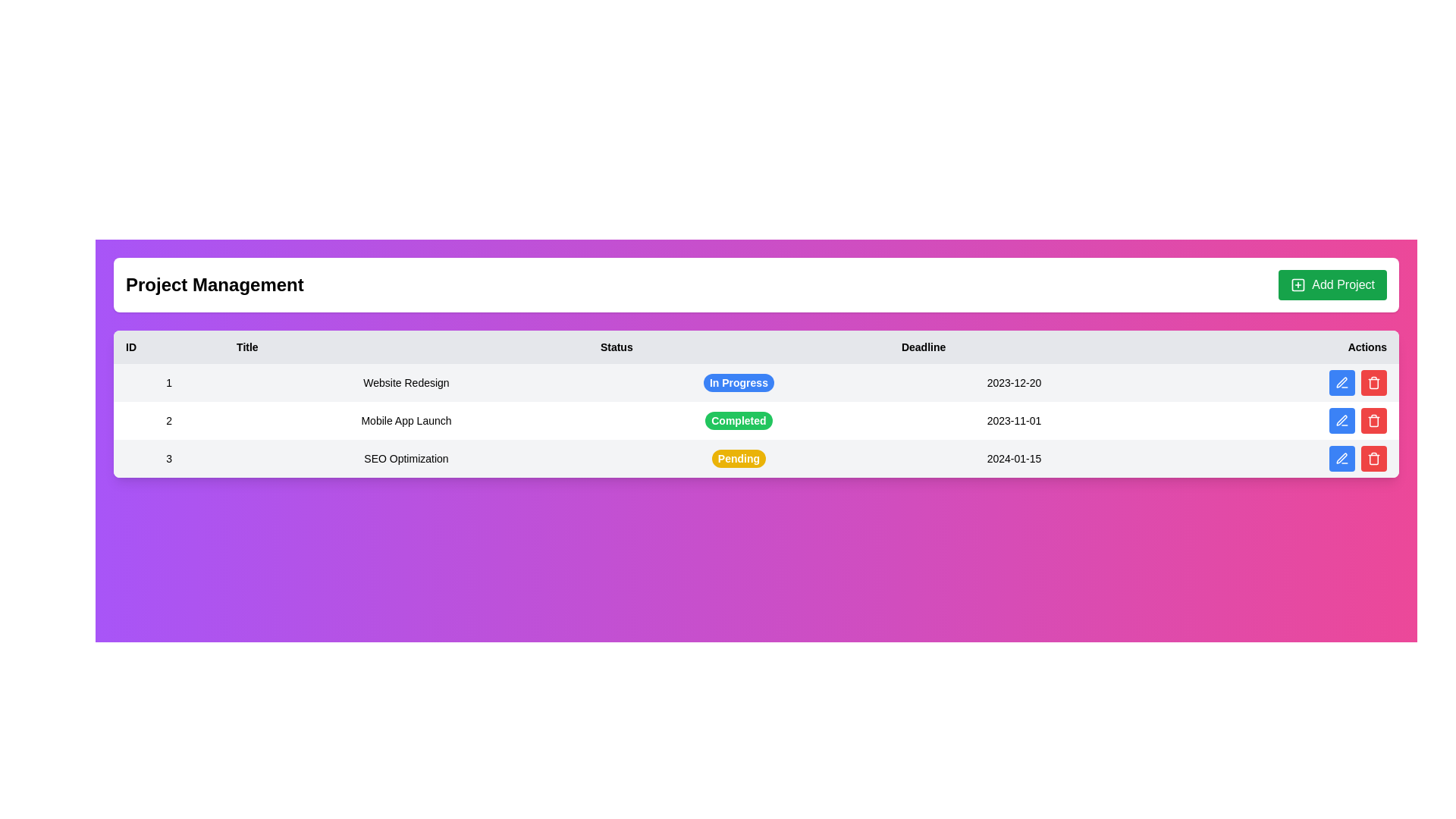 This screenshot has width=1456, height=819. Describe the element at coordinates (756, 382) in the screenshot. I see `the status badge in the first row of the project information table, which is marked as 'In Progress' with a blue background and white text` at that location.